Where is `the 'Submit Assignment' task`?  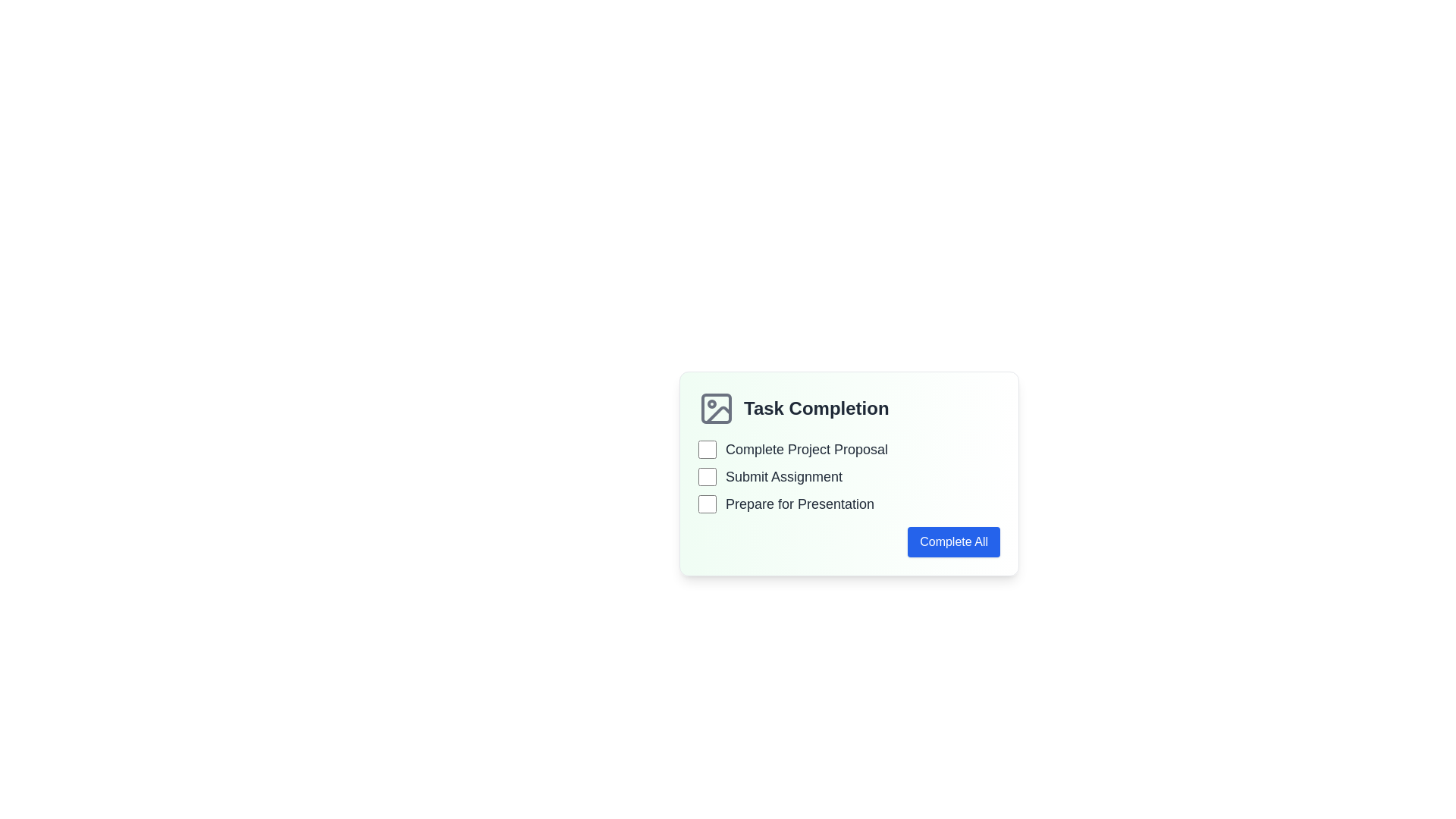 the 'Submit Assignment' task is located at coordinates (848, 475).